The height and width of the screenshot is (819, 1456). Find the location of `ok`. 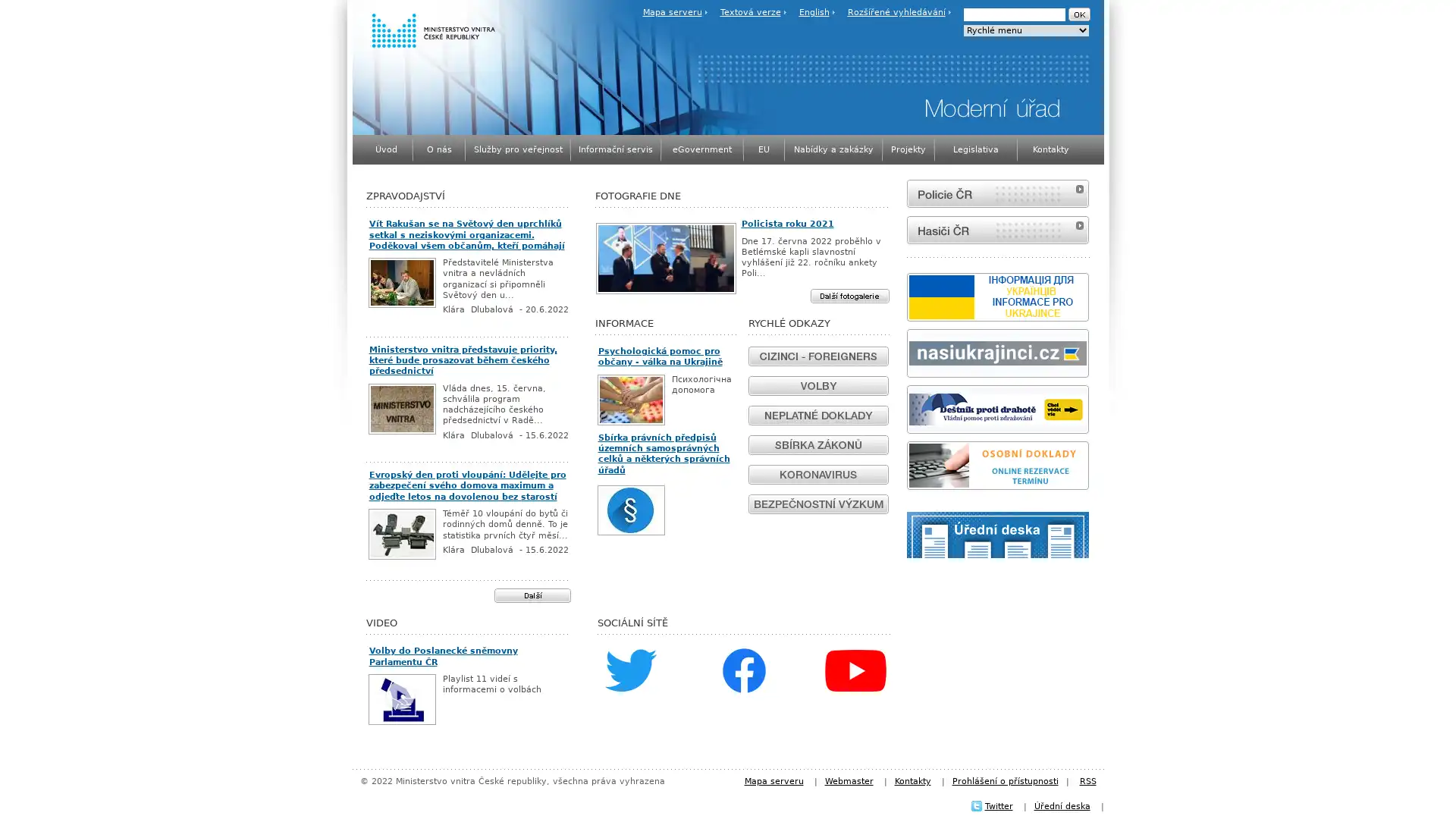

ok is located at coordinates (1078, 14).